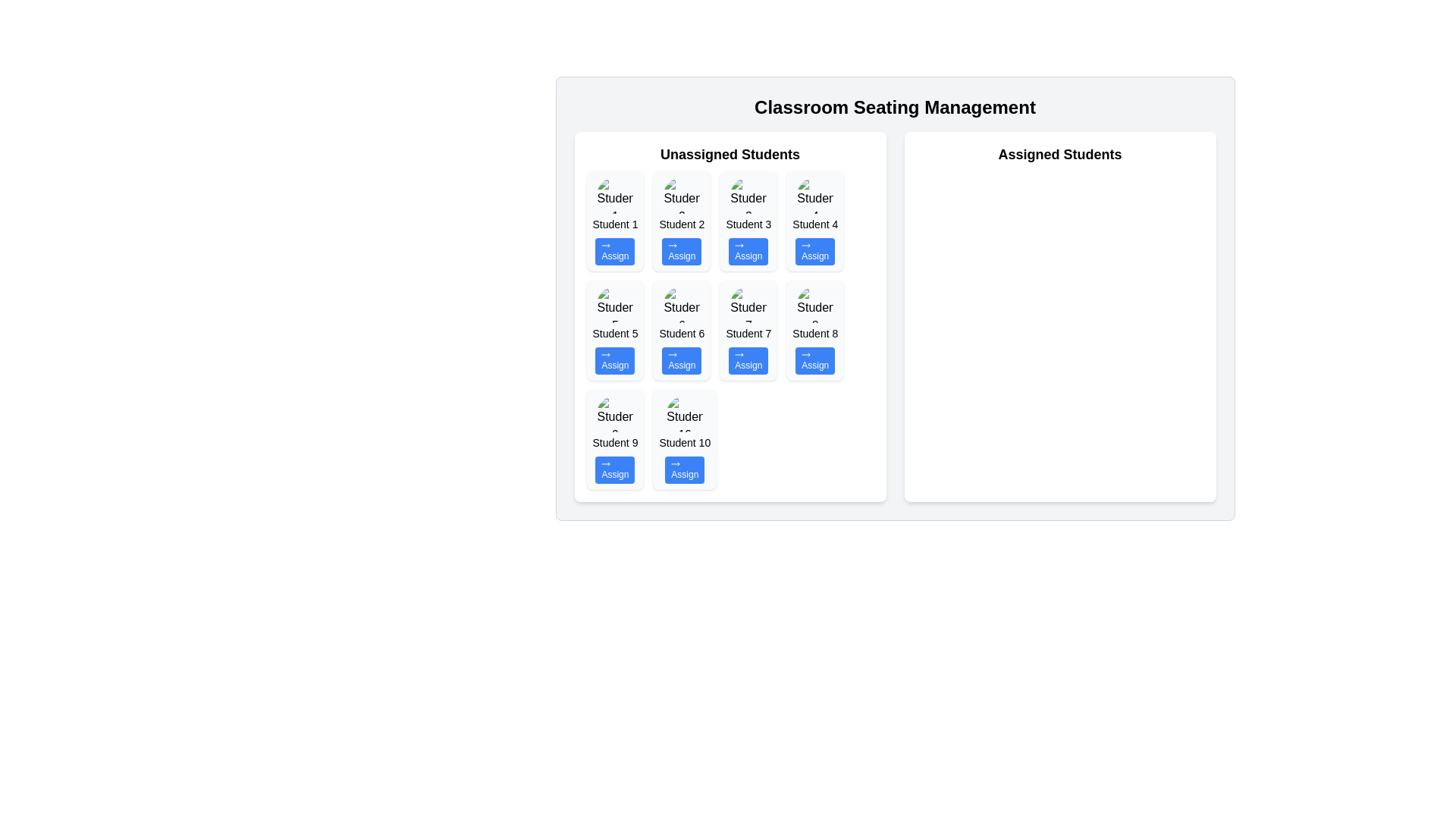 This screenshot has width=1456, height=819. What do you see at coordinates (814, 360) in the screenshot?
I see `the 'Assign' button located in the bottom right corner of the 'Unassigned Students' column for 'Student 8' to assign the student` at bounding box center [814, 360].